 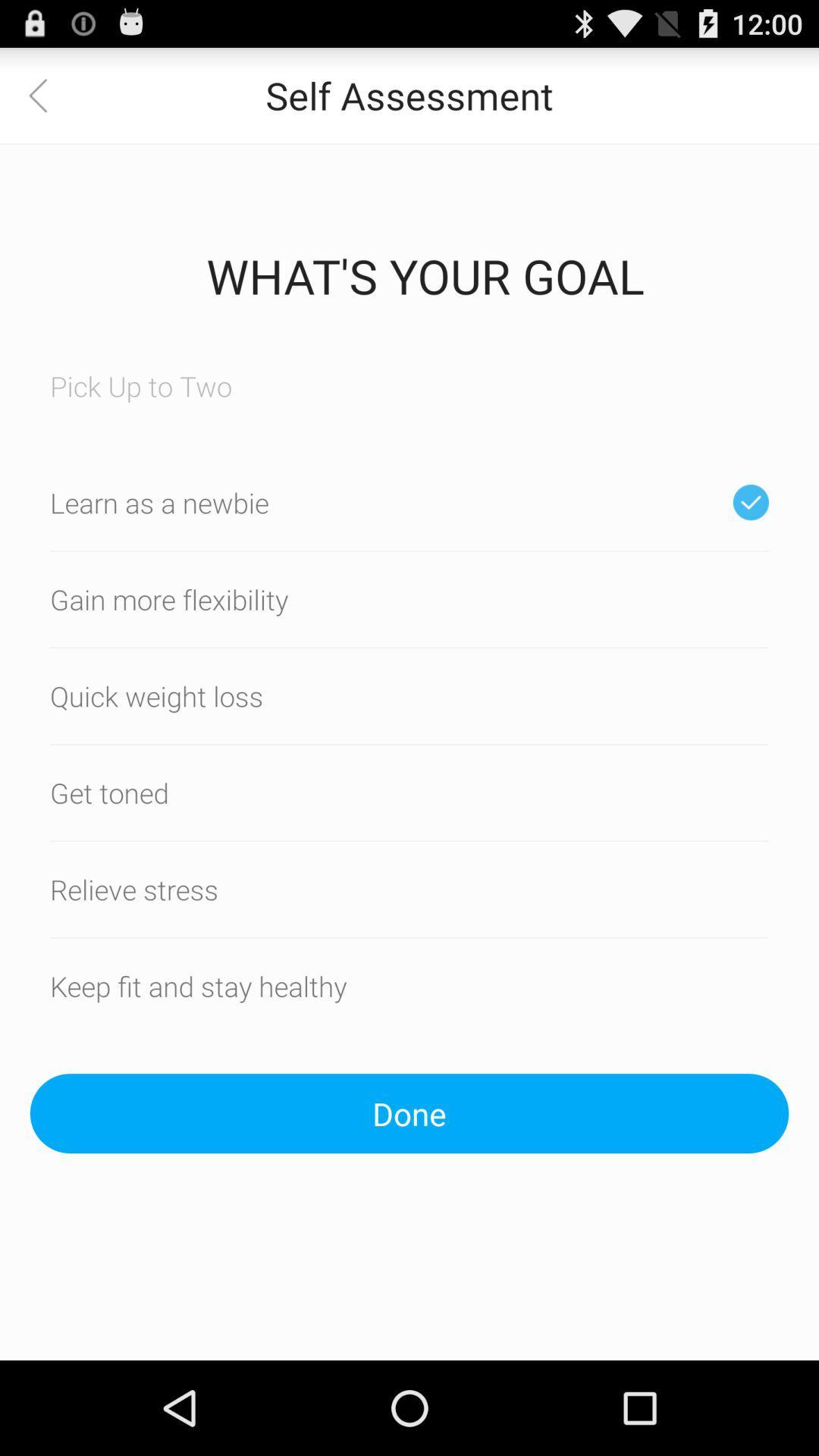 What do you see at coordinates (409, 1113) in the screenshot?
I see `icon below the keep fit and` at bounding box center [409, 1113].